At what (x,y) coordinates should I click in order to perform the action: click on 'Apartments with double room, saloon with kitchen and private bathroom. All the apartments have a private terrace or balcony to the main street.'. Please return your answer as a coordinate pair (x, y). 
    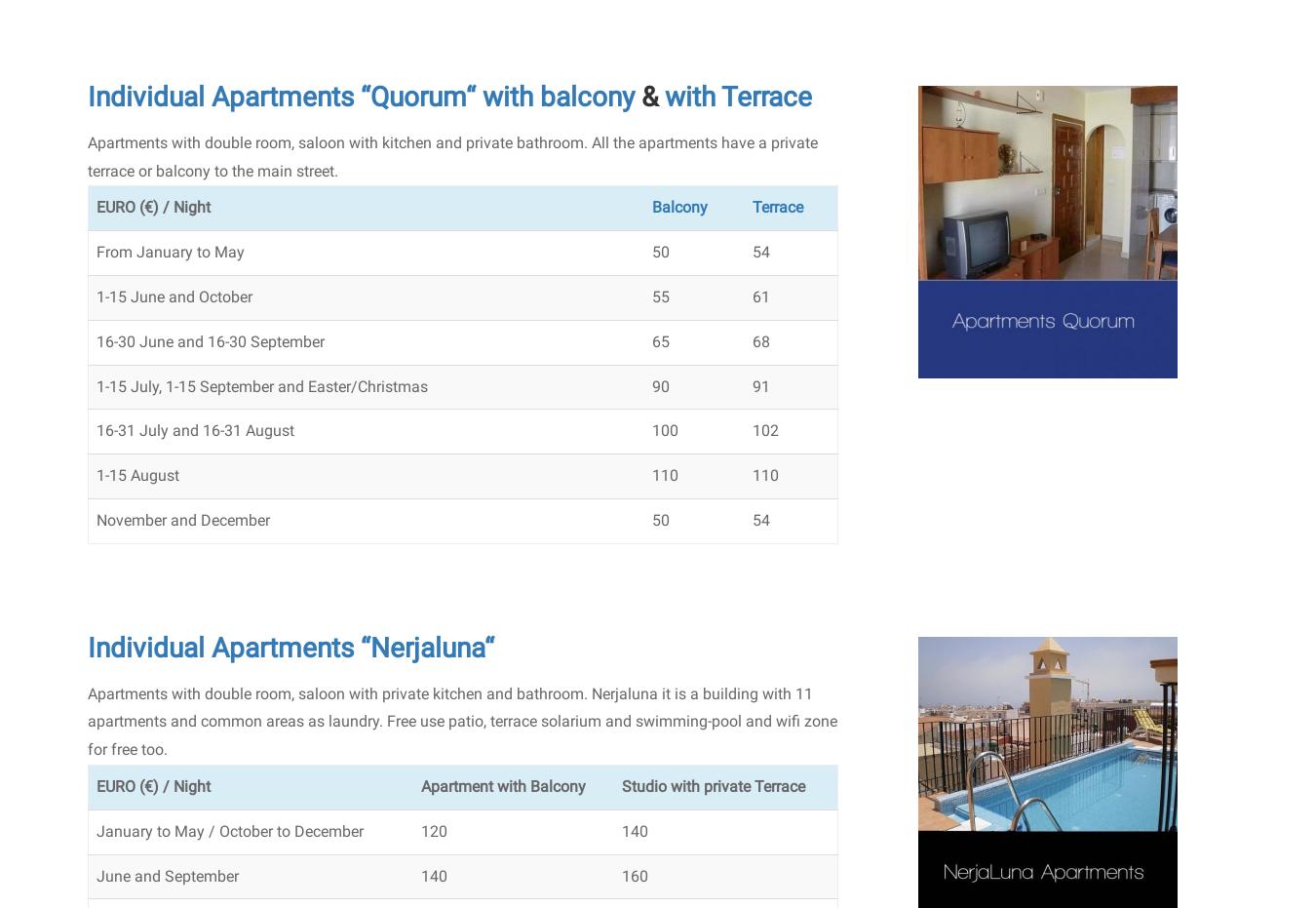
    Looking at the image, I should click on (451, 155).